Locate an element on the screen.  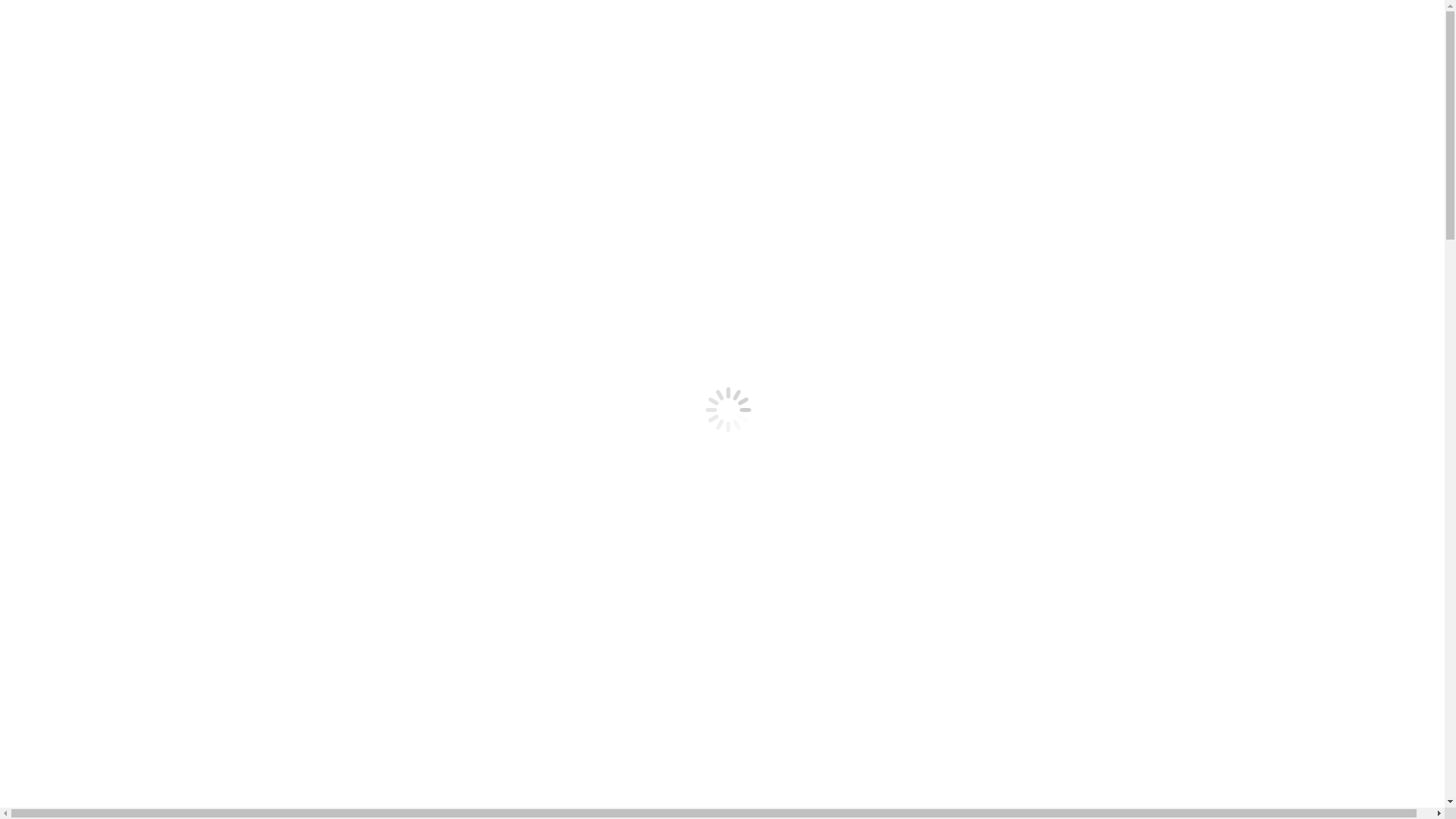
'Accueil' is located at coordinates (55, 79).